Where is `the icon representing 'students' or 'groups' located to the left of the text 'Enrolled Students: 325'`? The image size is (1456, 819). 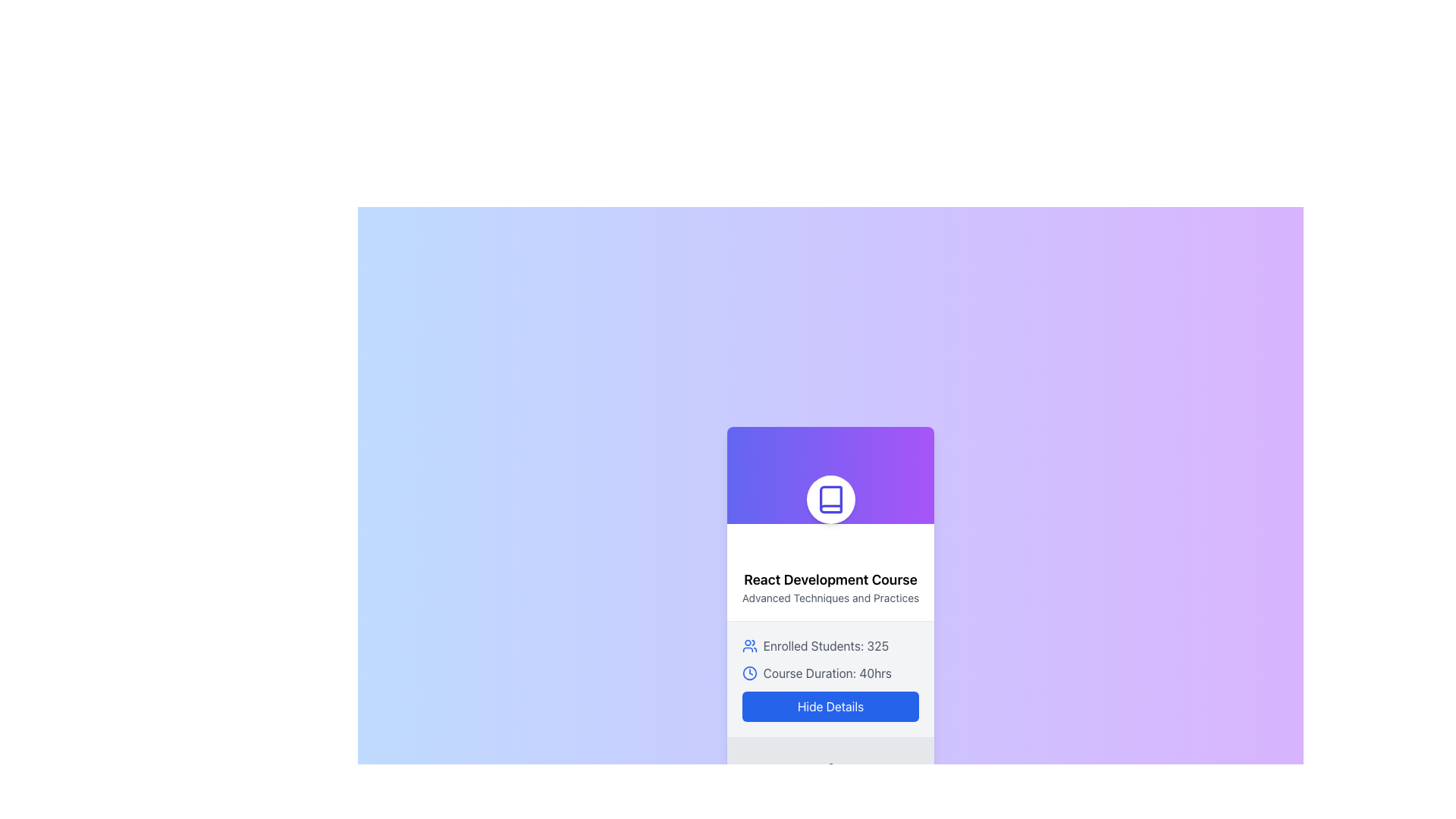 the icon representing 'students' or 'groups' located to the left of the text 'Enrolled Students: 325' is located at coordinates (749, 646).